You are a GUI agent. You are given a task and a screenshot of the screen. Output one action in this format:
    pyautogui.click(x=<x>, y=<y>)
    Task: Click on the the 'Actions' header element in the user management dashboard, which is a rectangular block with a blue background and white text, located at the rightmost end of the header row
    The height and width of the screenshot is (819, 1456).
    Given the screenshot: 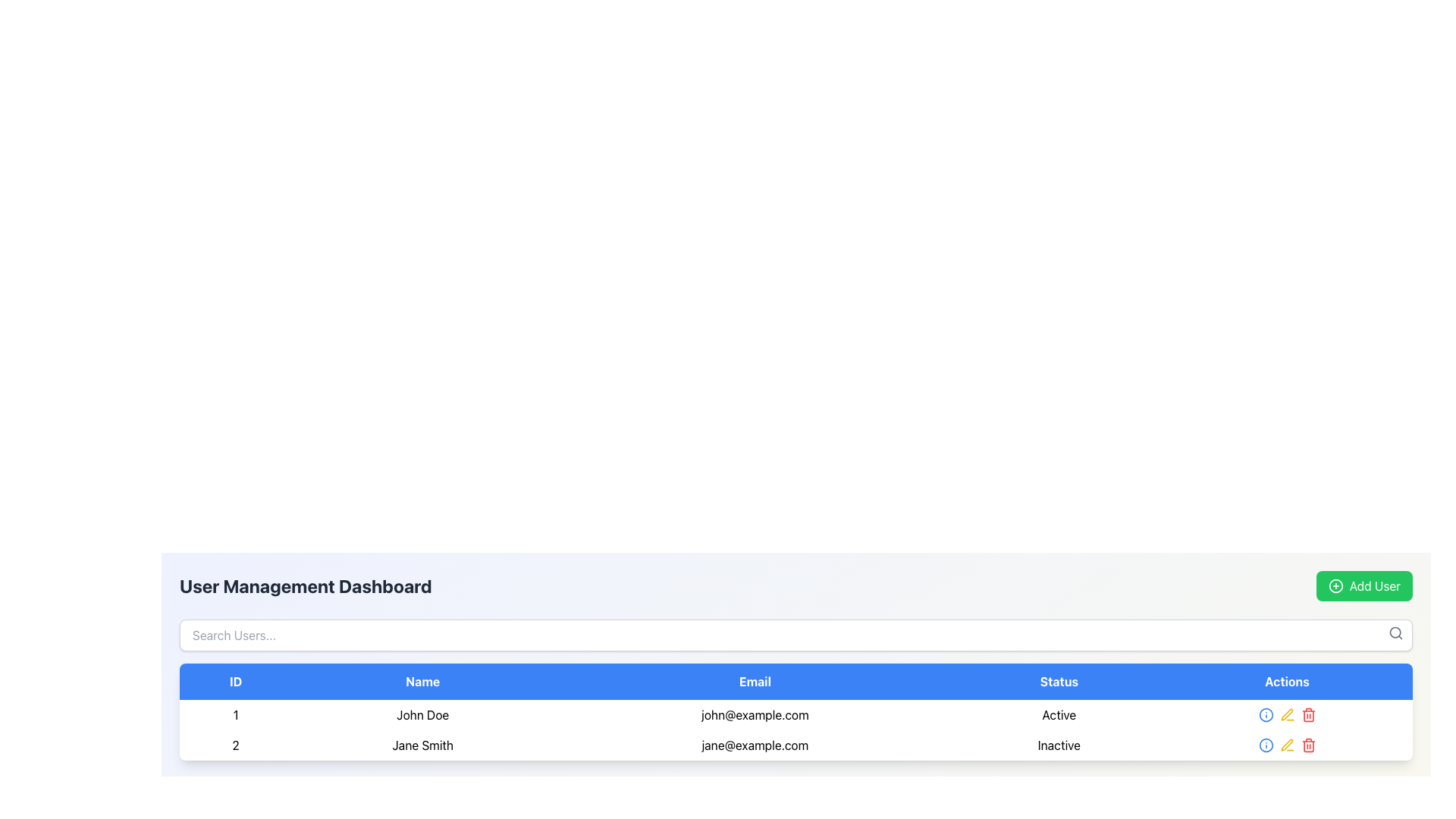 What is the action you would take?
    pyautogui.click(x=1286, y=680)
    